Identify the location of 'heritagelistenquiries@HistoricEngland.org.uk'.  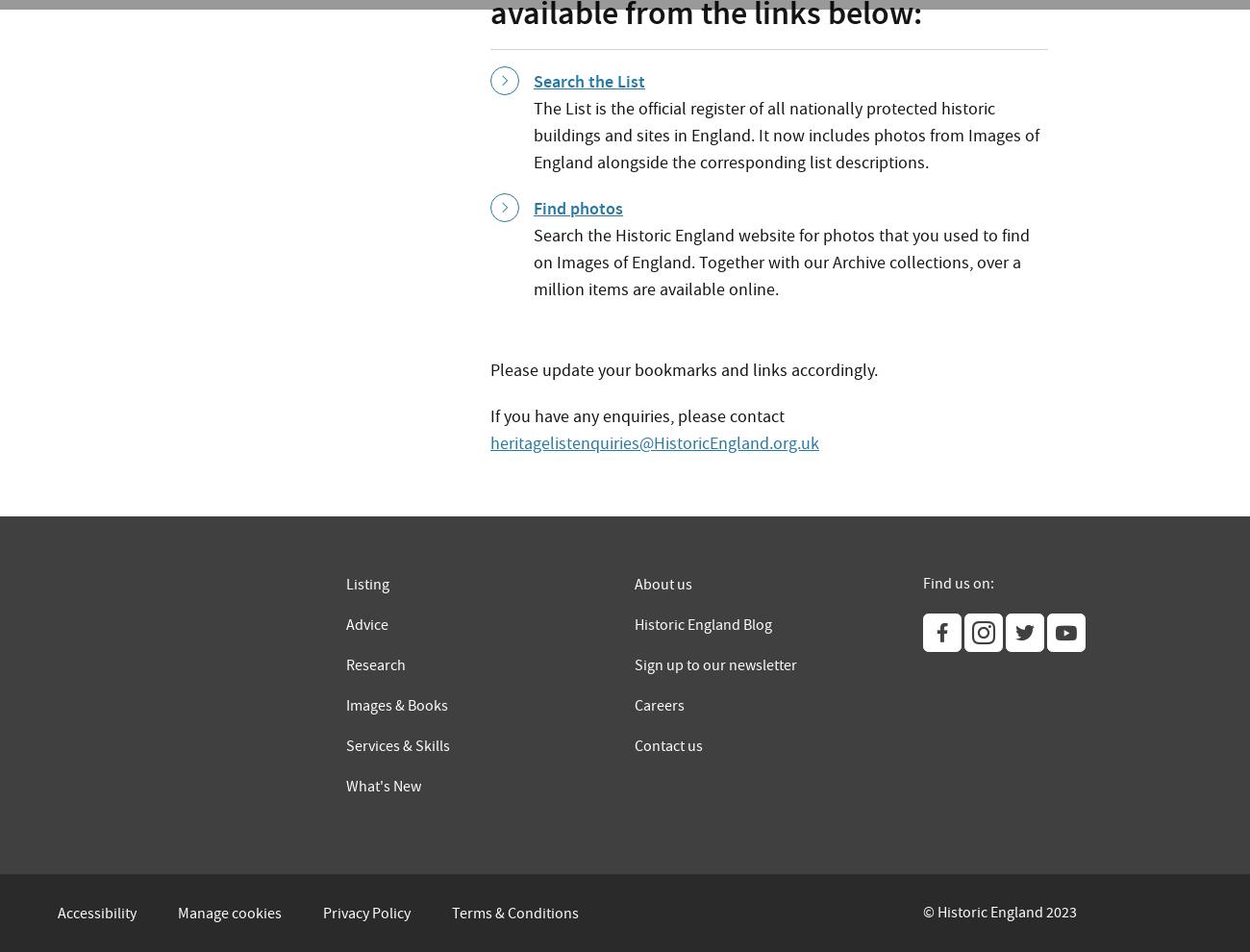
(653, 442).